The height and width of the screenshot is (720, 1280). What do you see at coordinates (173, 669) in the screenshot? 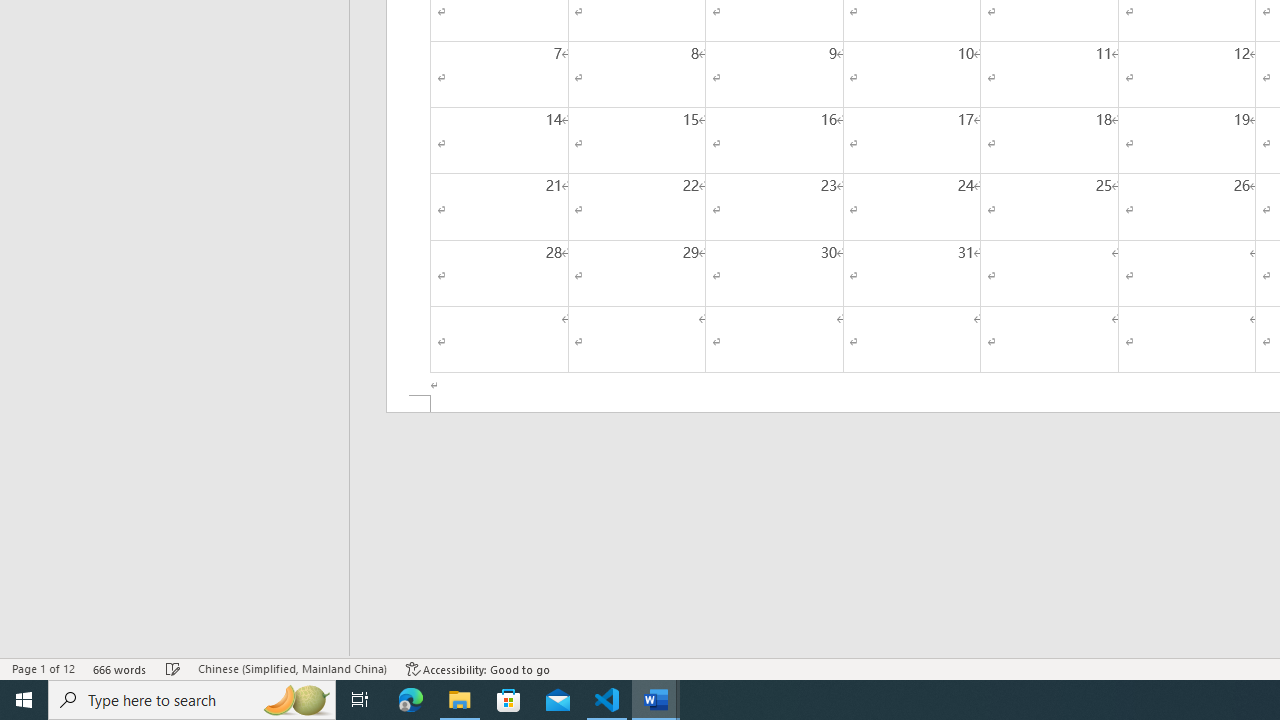
I see `'Spelling and Grammar Check Checking'` at bounding box center [173, 669].